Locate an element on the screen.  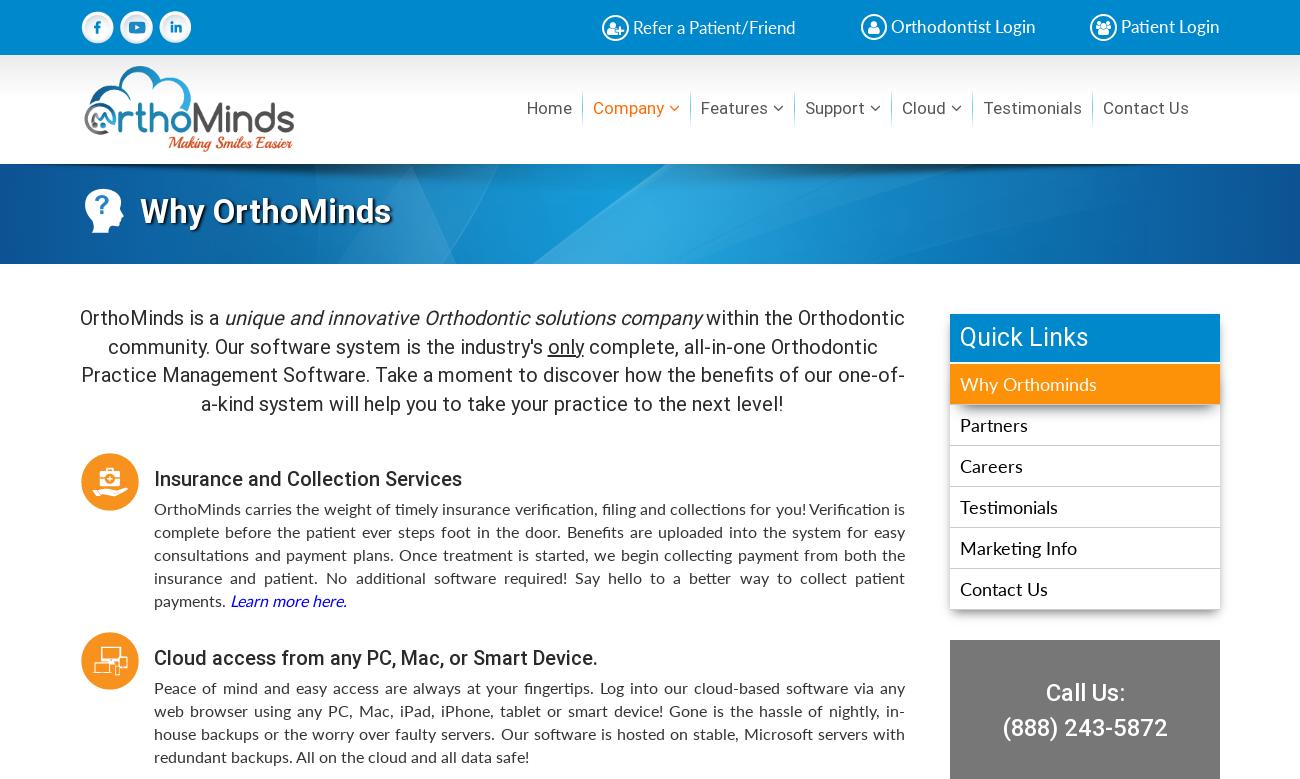
'Cloud' is located at coordinates (924, 106).